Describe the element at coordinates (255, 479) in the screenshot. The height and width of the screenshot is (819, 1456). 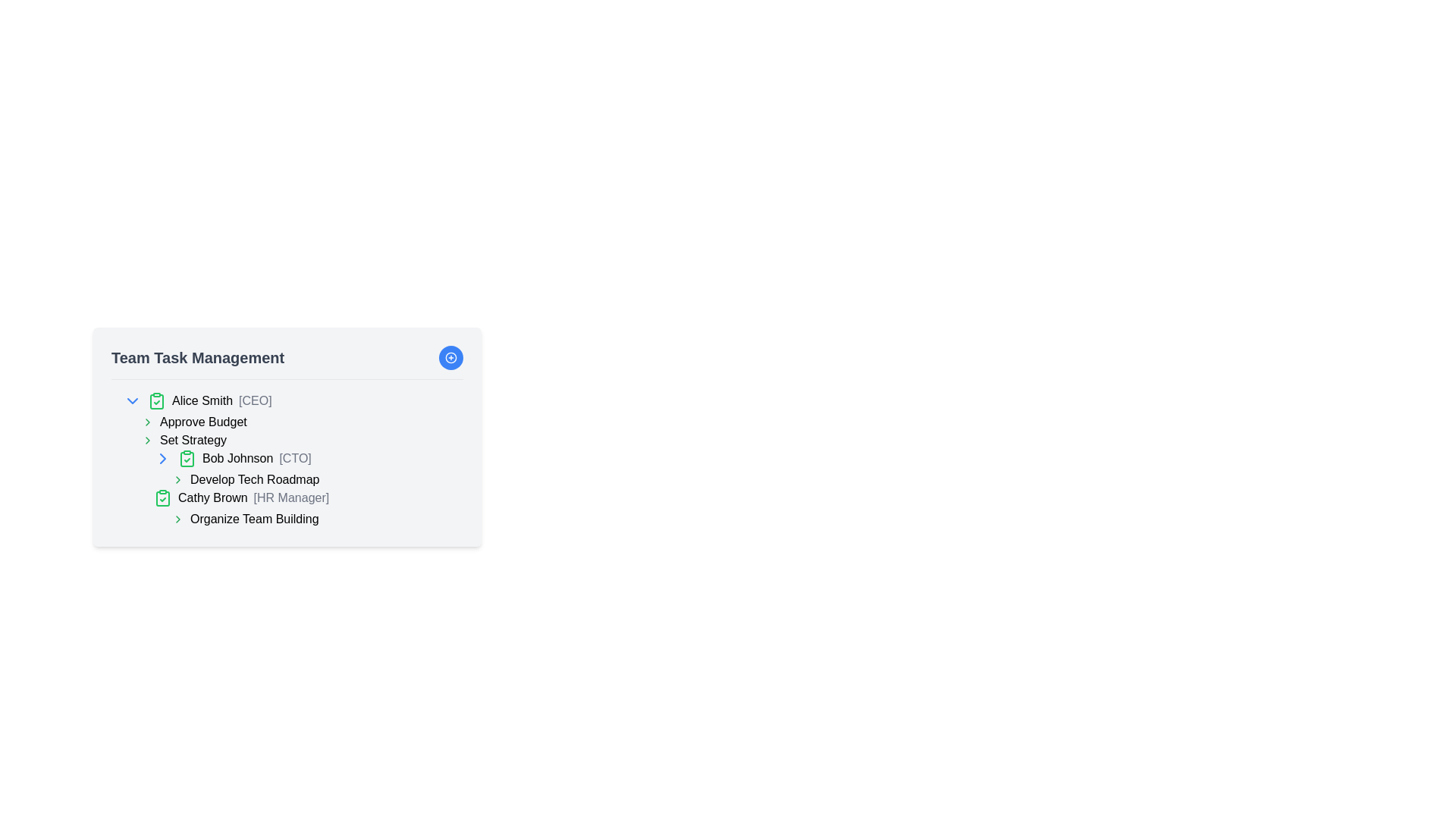
I see `the 'Develop Tech Roadmap' text label, which is styled in black and located under 'Bob Johnson [CTO]' in the task management list` at that location.